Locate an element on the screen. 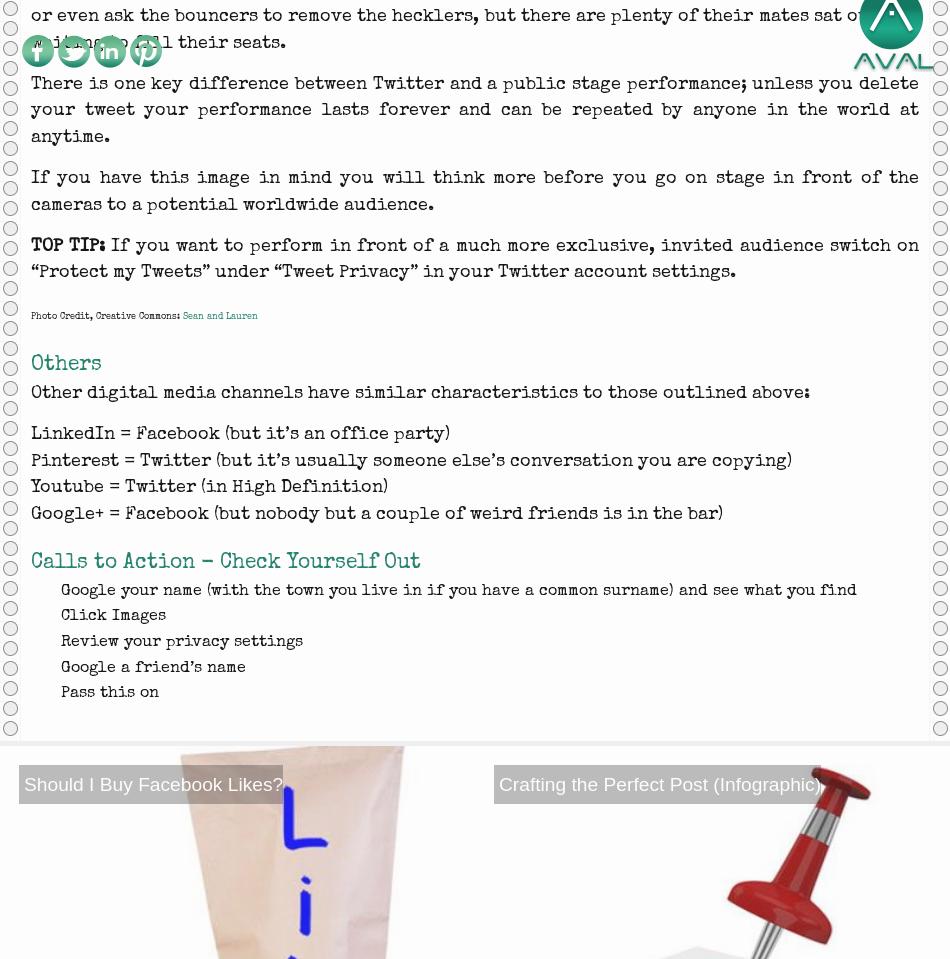  'Google a friend’s name' is located at coordinates (153, 666).